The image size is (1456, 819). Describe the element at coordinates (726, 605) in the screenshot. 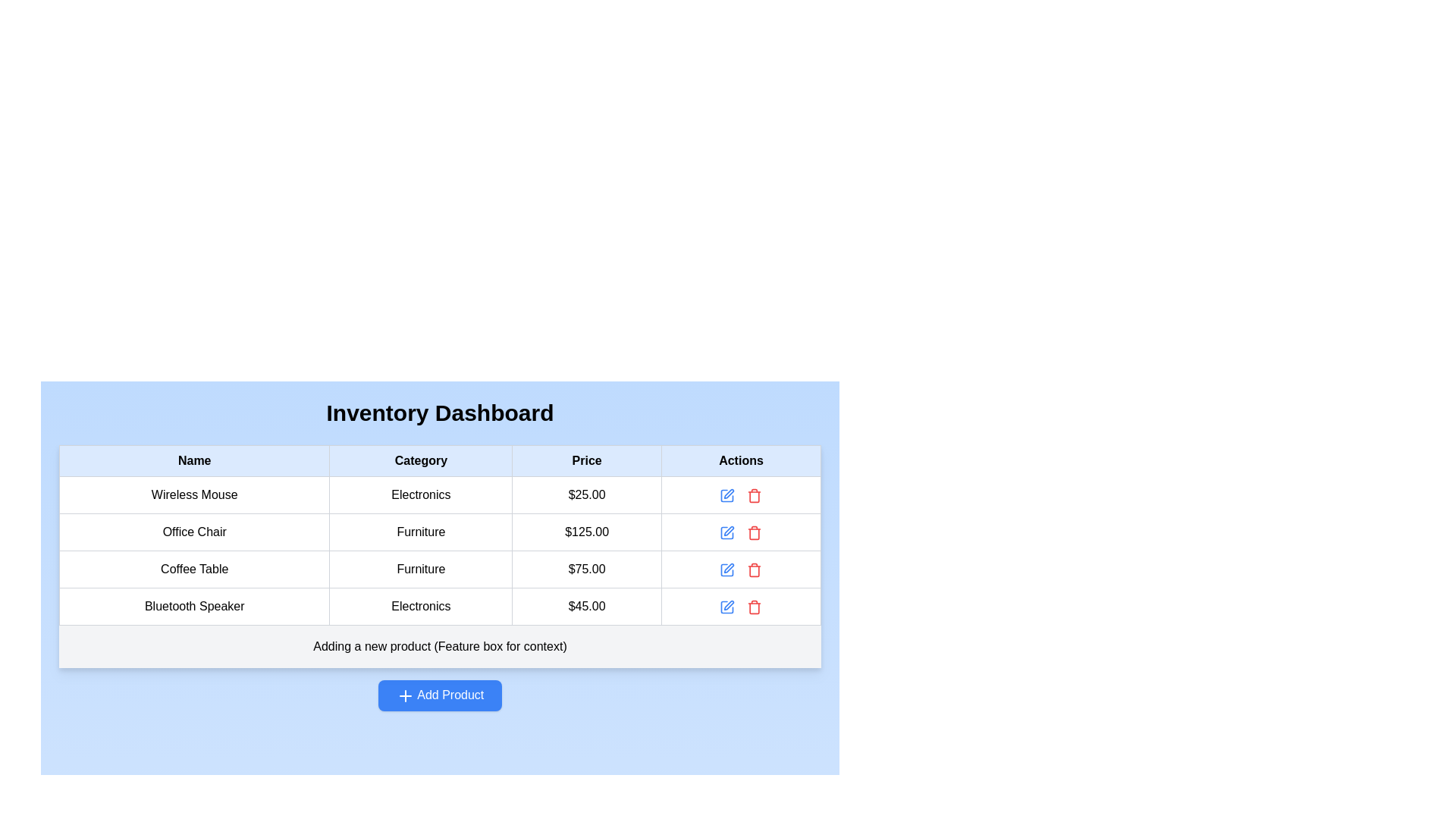

I see `the edit button located in the 'Actions' column of the last row of the table` at that location.